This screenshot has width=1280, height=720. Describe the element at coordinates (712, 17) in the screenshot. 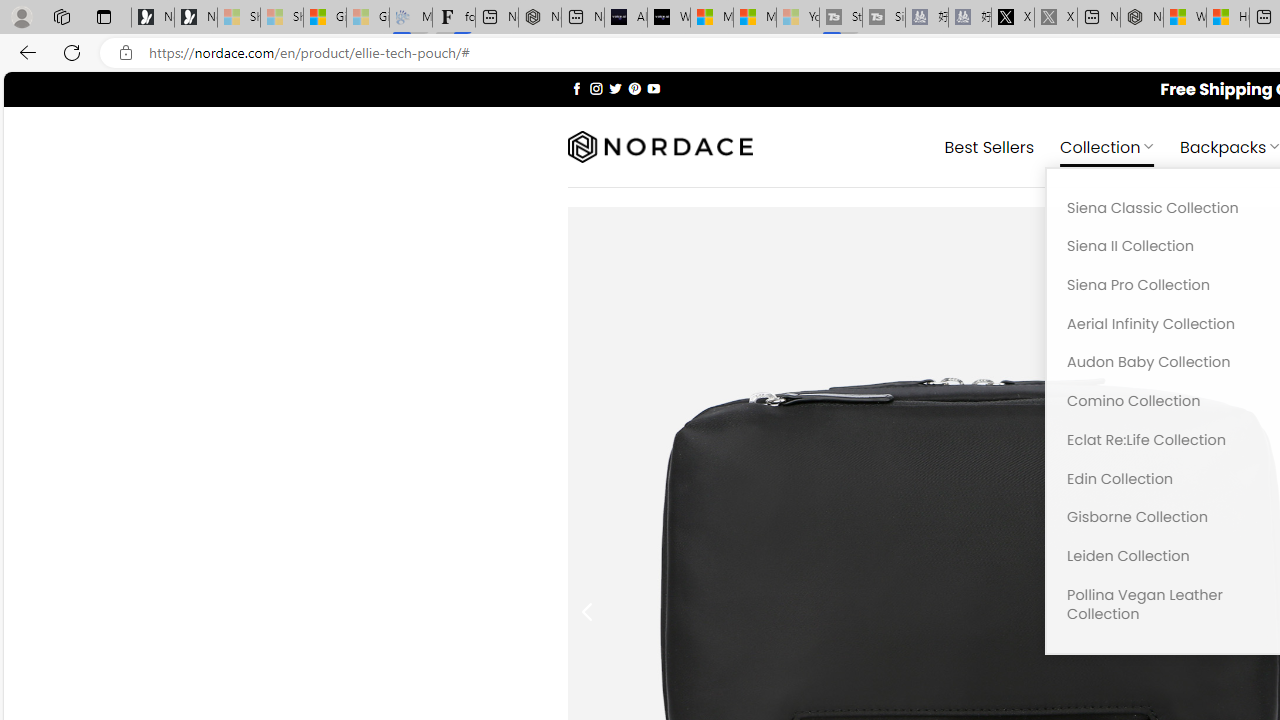

I see `'Microsoft Start Sports'` at that location.